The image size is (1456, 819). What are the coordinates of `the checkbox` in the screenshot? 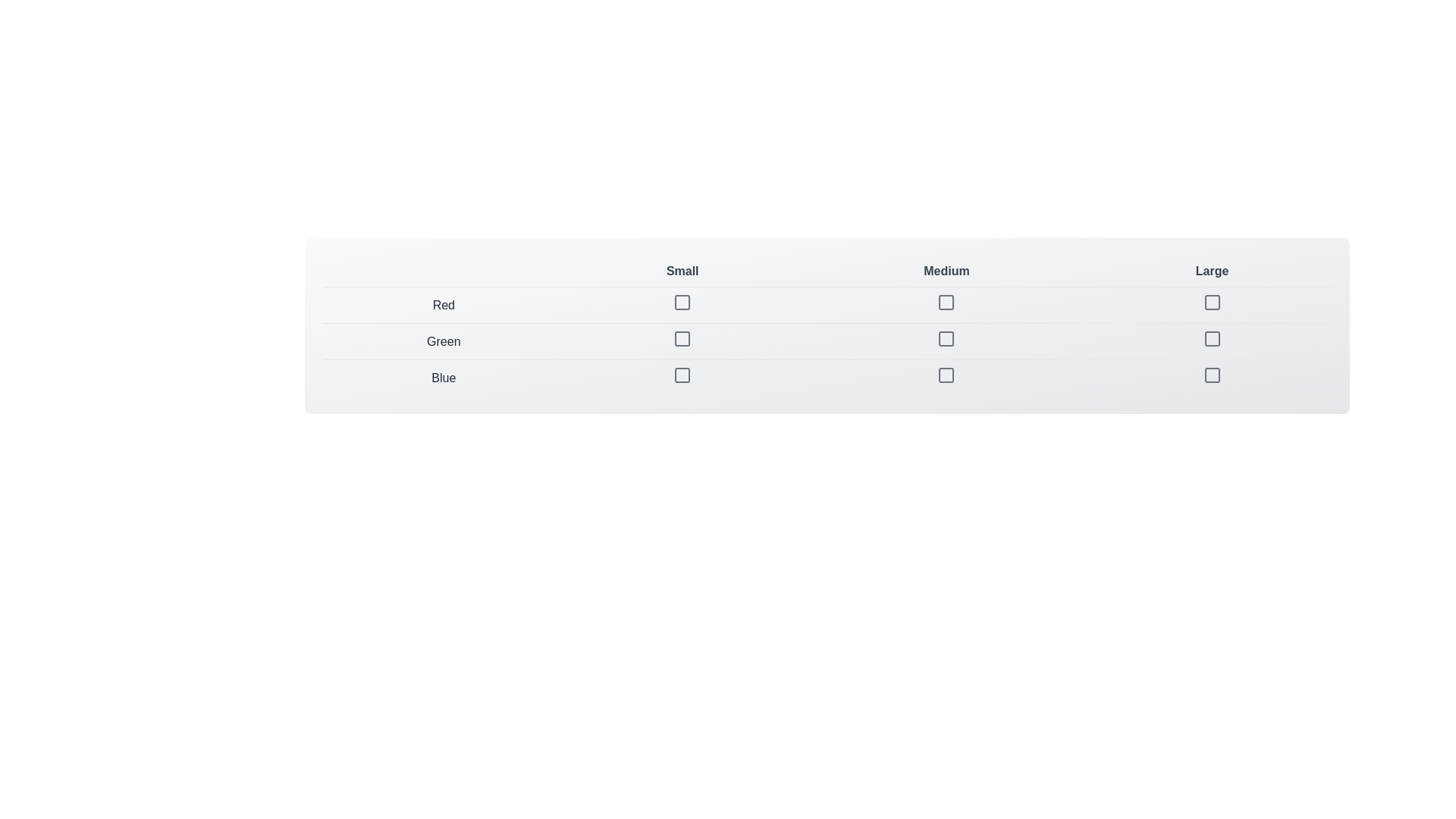 It's located at (682, 305).